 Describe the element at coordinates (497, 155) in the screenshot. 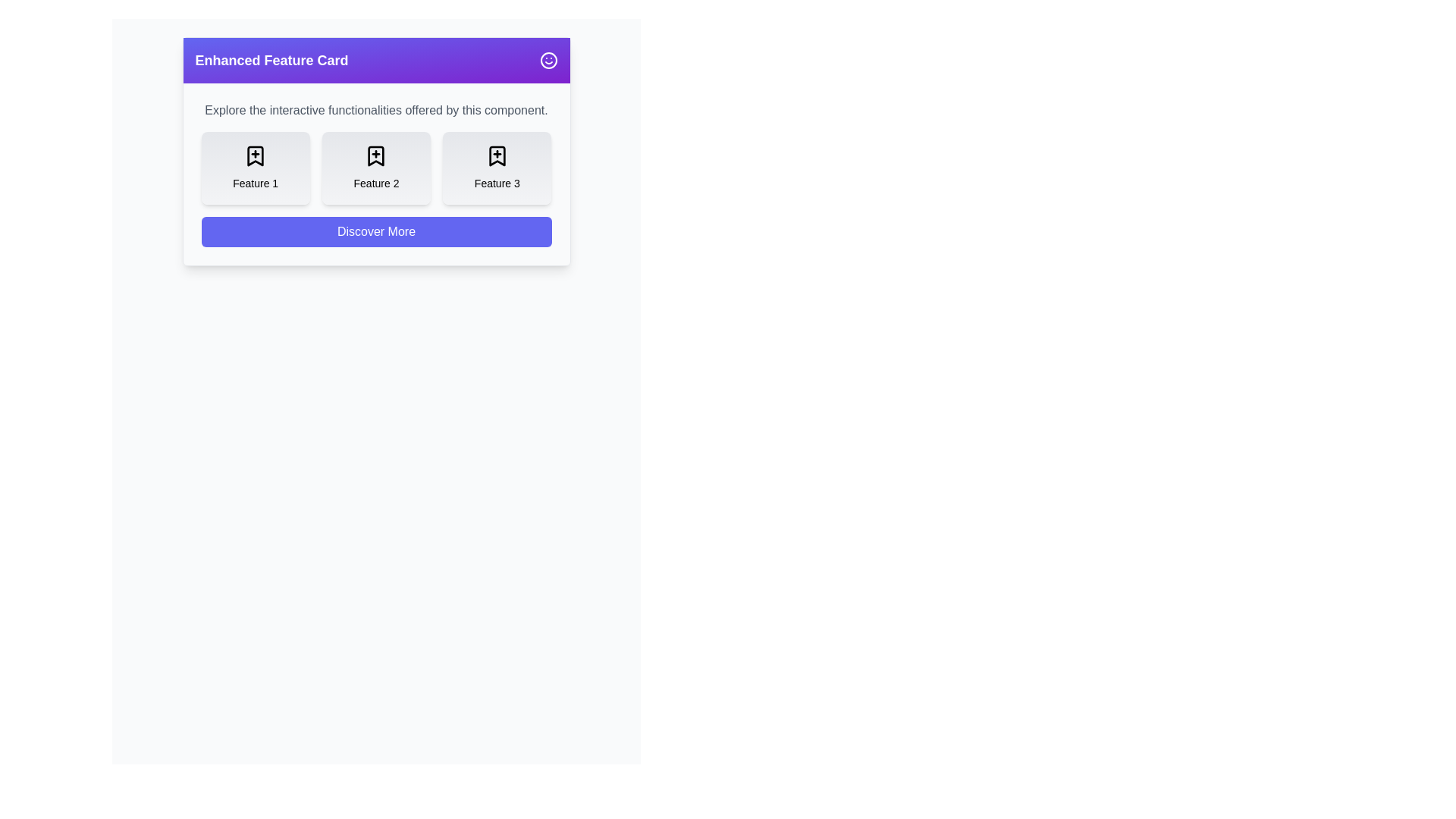

I see `the inner glyph of the third feature icon` at that location.